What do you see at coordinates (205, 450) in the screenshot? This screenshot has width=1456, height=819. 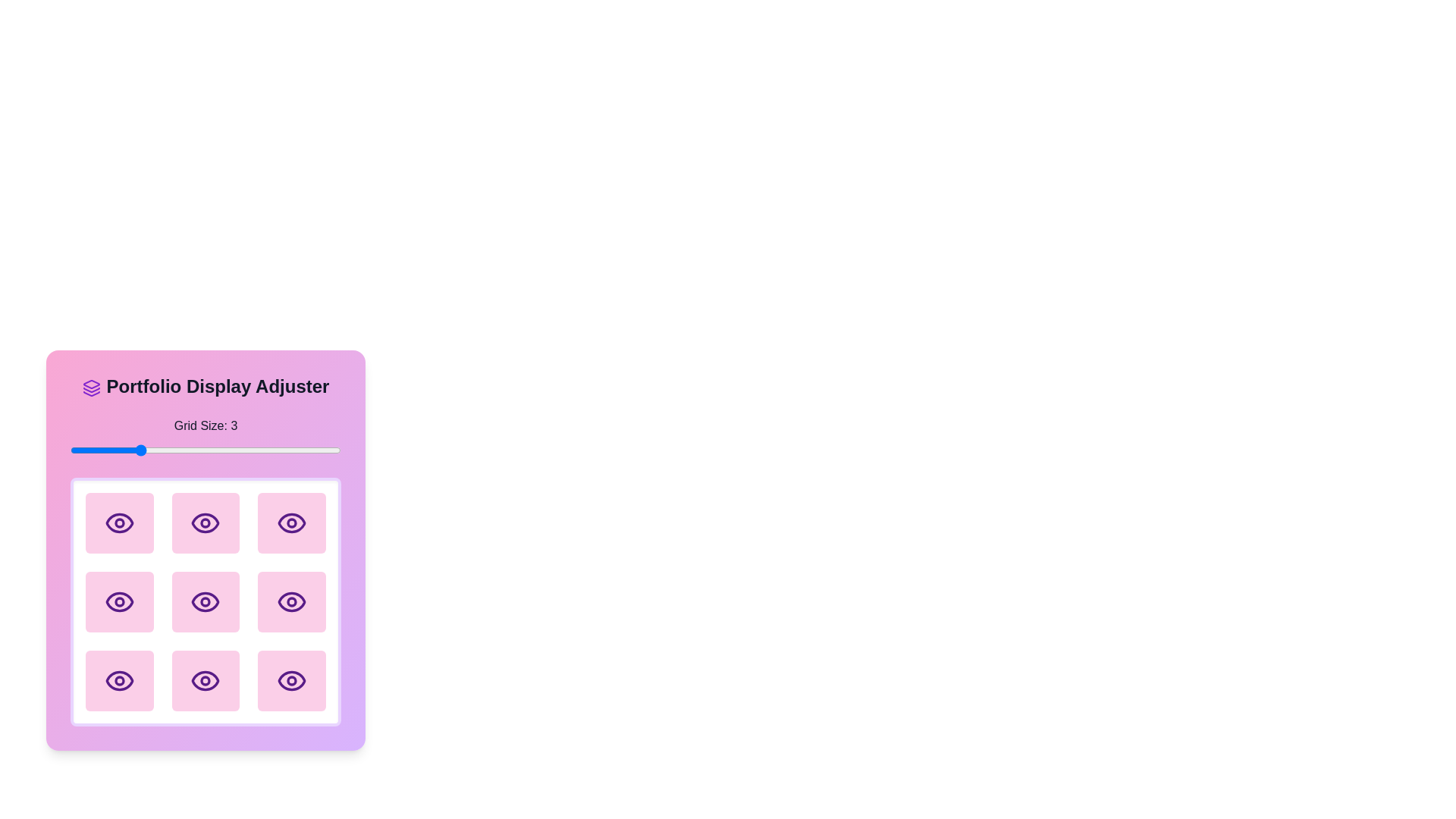 I see `the grid size to 4 using the slider` at bounding box center [205, 450].